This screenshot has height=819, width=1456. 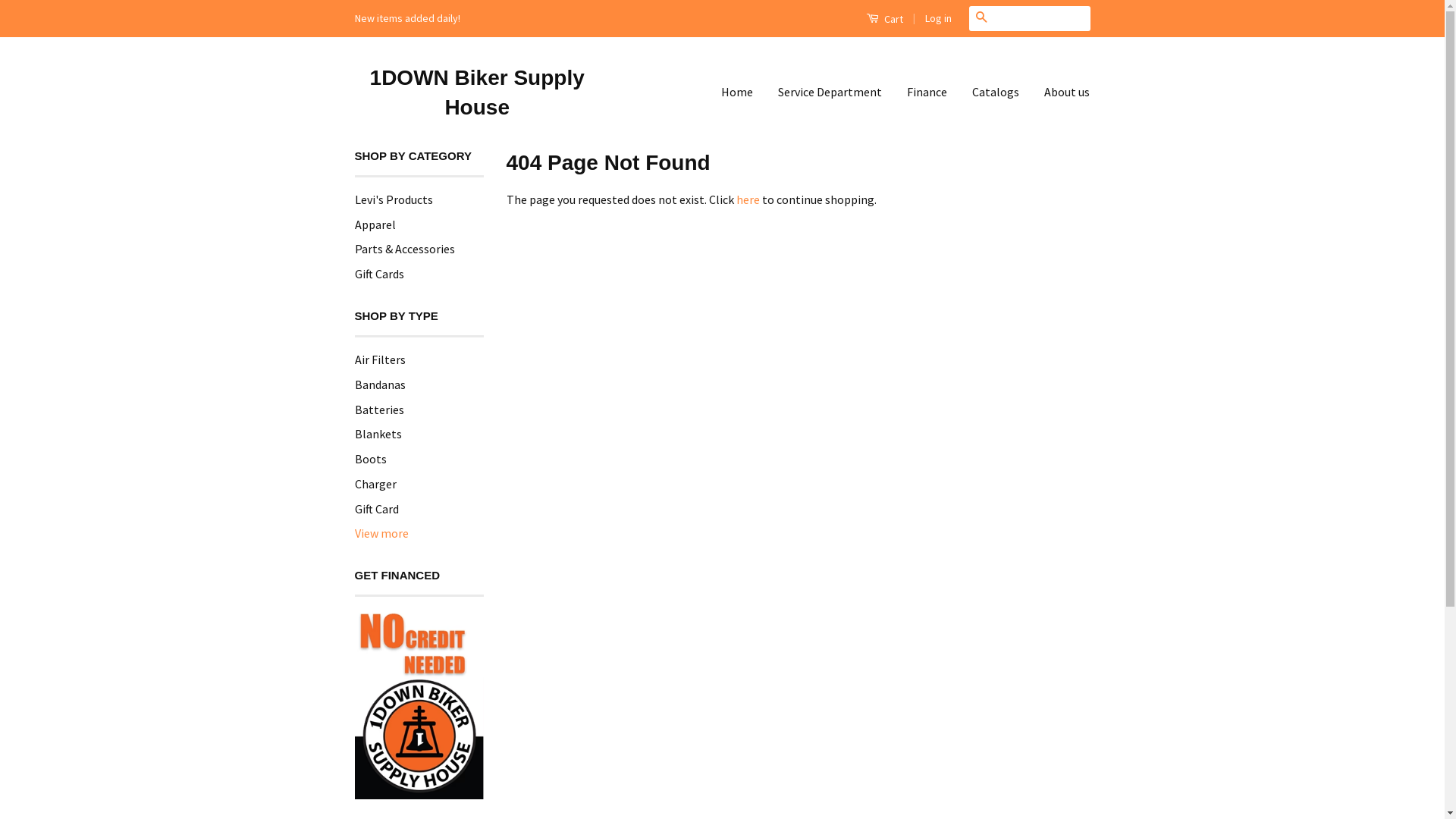 I want to click on 'Cart', so click(x=884, y=17).